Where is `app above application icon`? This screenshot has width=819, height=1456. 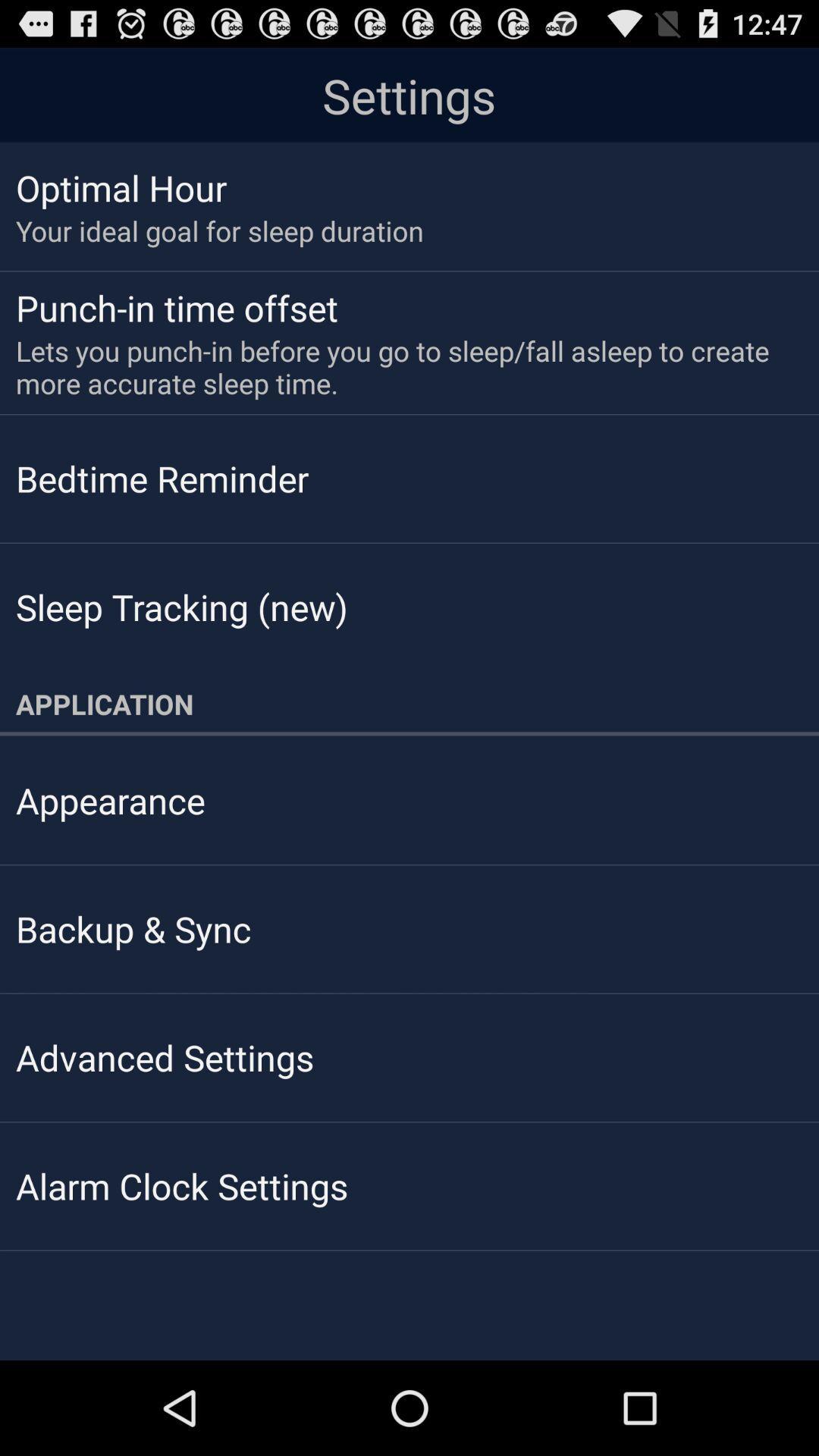 app above application icon is located at coordinates (180, 607).